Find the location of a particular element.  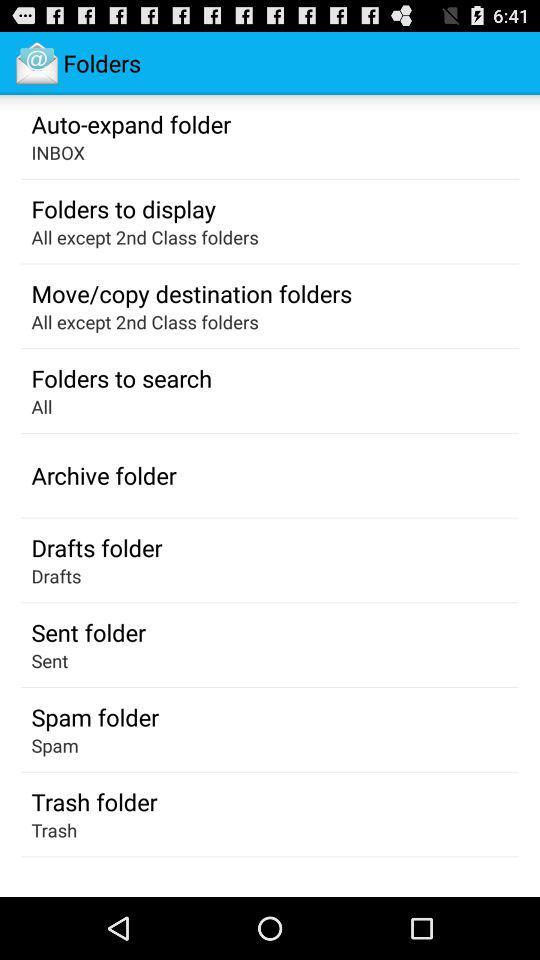

trash folder item is located at coordinates (93, 801).